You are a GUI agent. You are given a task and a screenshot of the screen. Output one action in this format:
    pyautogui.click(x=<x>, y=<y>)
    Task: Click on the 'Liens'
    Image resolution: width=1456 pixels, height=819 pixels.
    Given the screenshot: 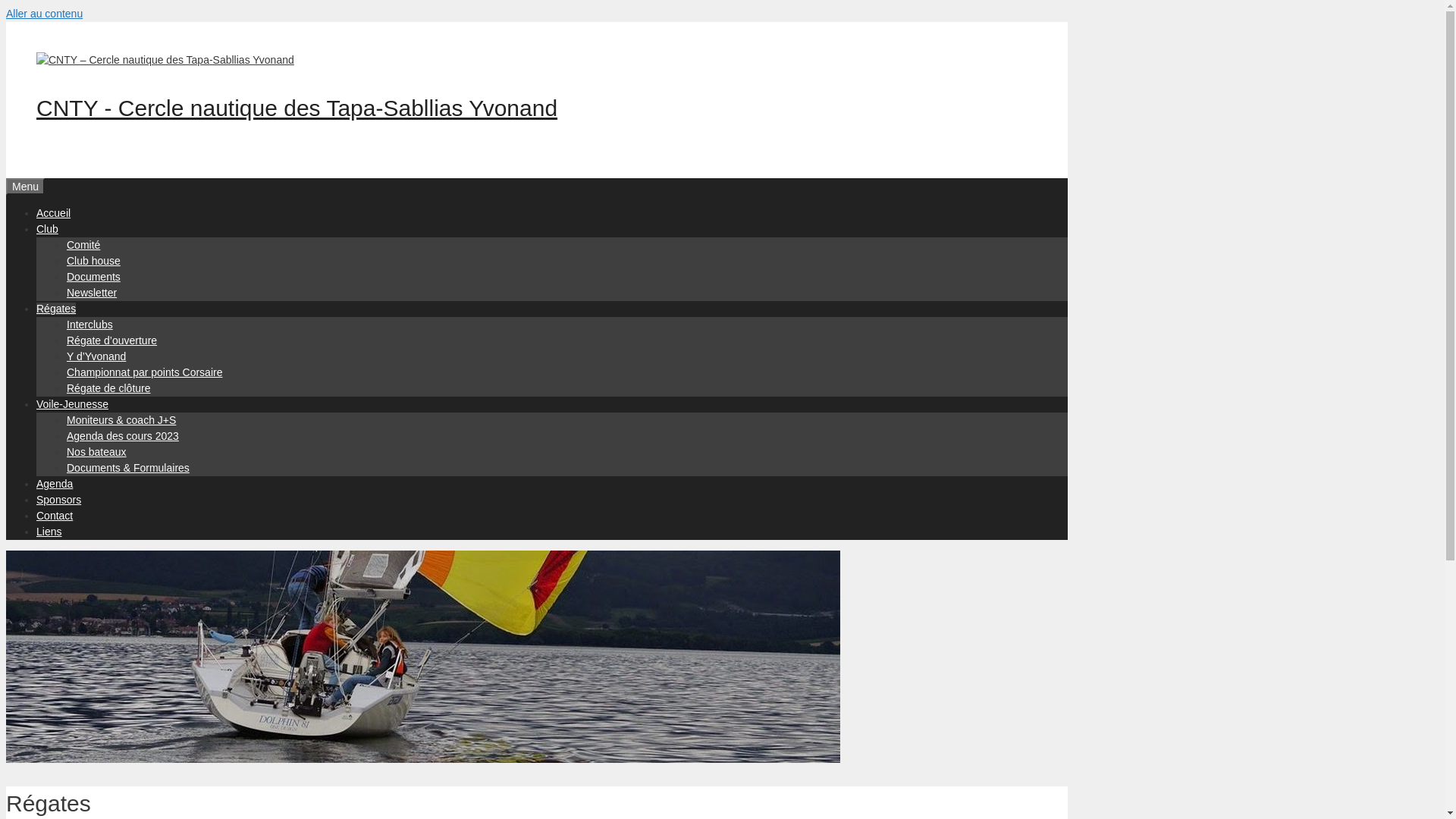 What is the action you would take?
    pyautogui.click(x=49, y=531)
    